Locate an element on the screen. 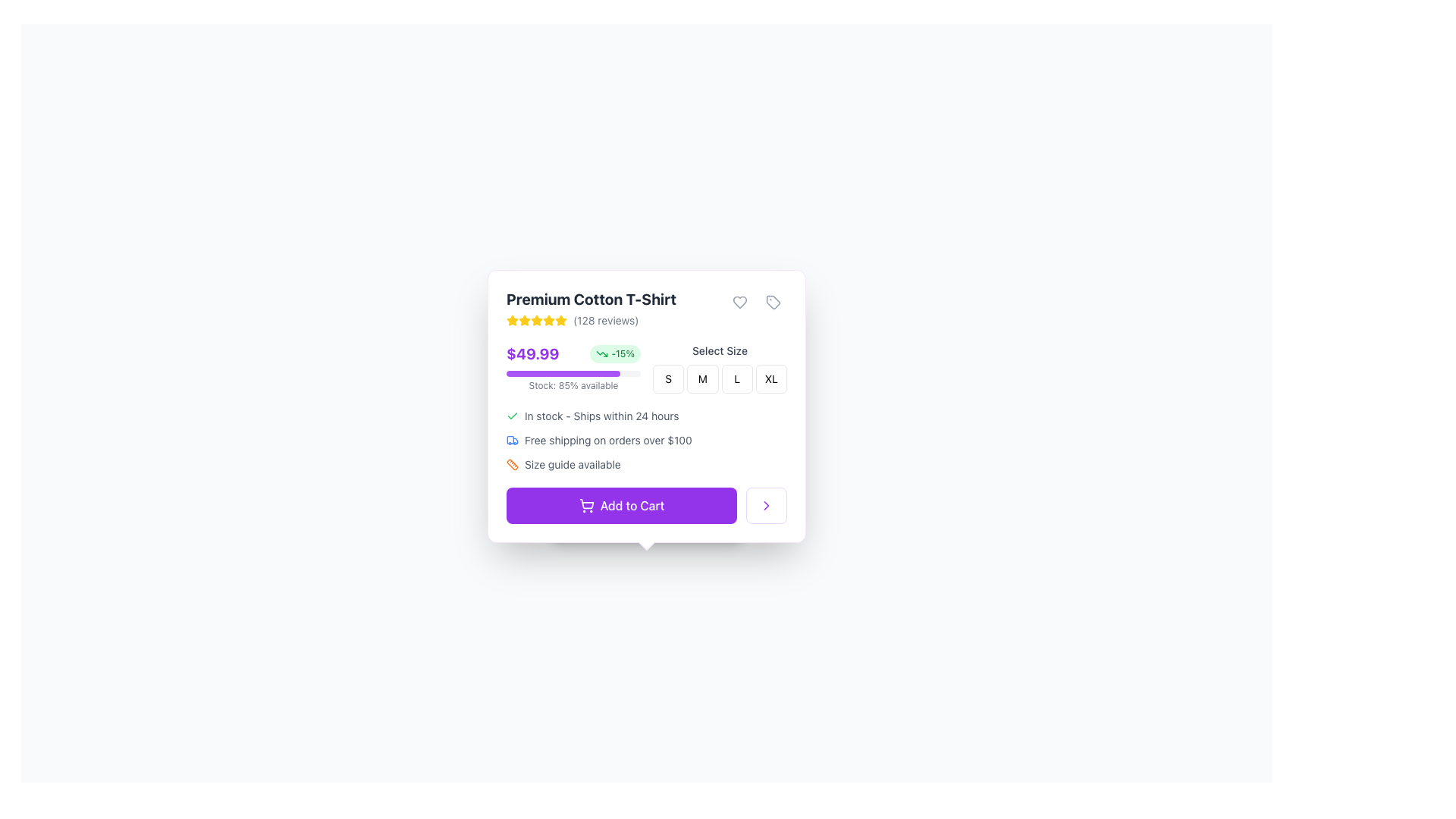  the fifth star rating icon is located at coordinates (537, 320).